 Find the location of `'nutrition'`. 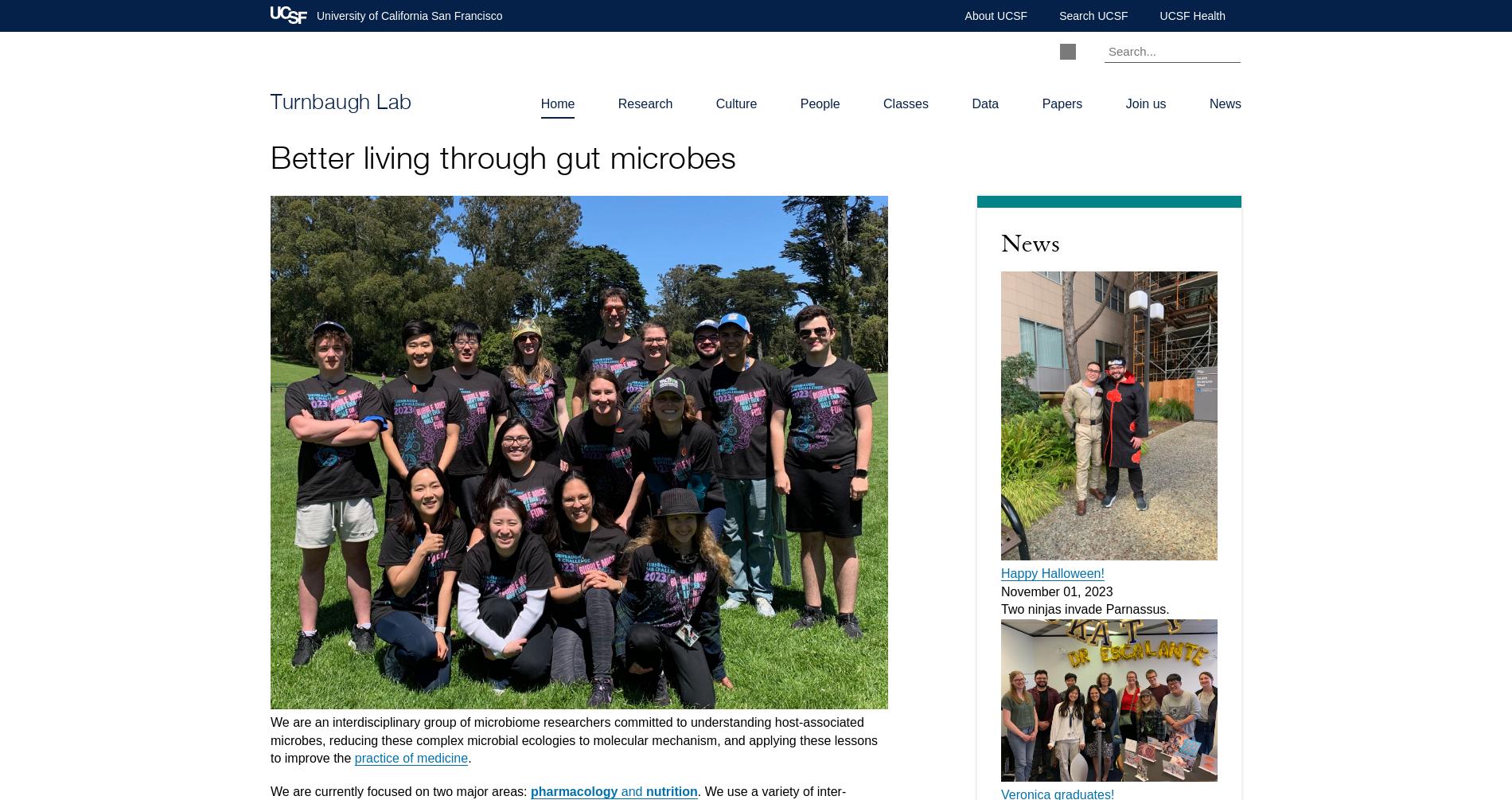

'nutrition' is located at coordinates (670, 790).